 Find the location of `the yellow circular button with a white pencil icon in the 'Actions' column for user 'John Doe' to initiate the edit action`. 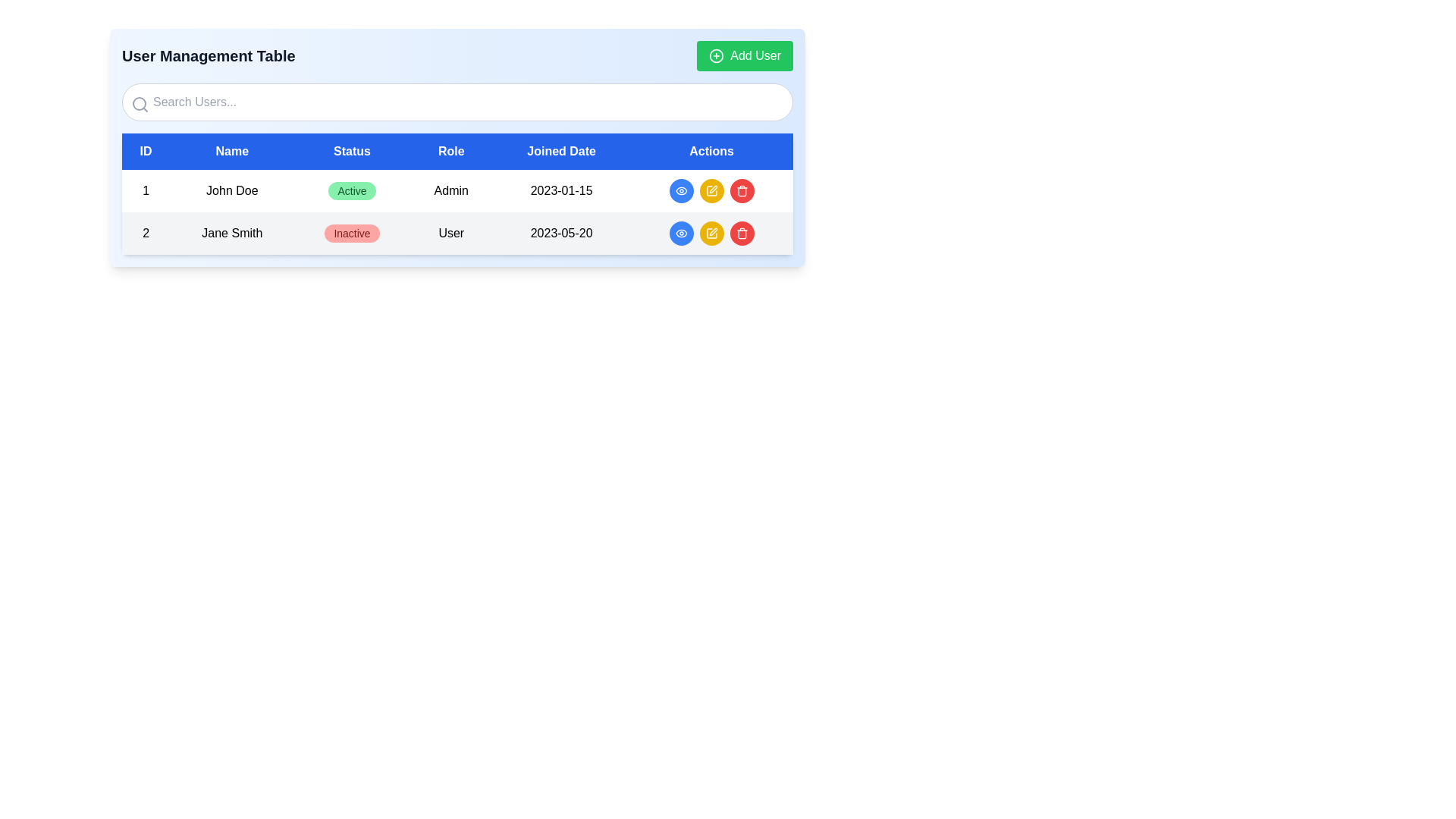

the yellow circular button with a white pencil icon in the 'Actions' column for user 'John Doe' to initiate the edit action is located at coordinates (711, 234).